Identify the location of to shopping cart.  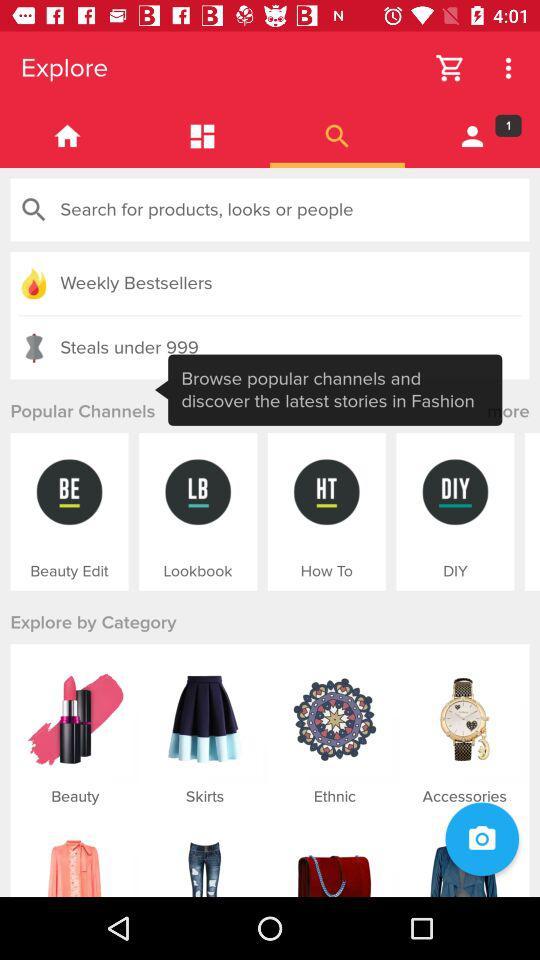
(450, 68).